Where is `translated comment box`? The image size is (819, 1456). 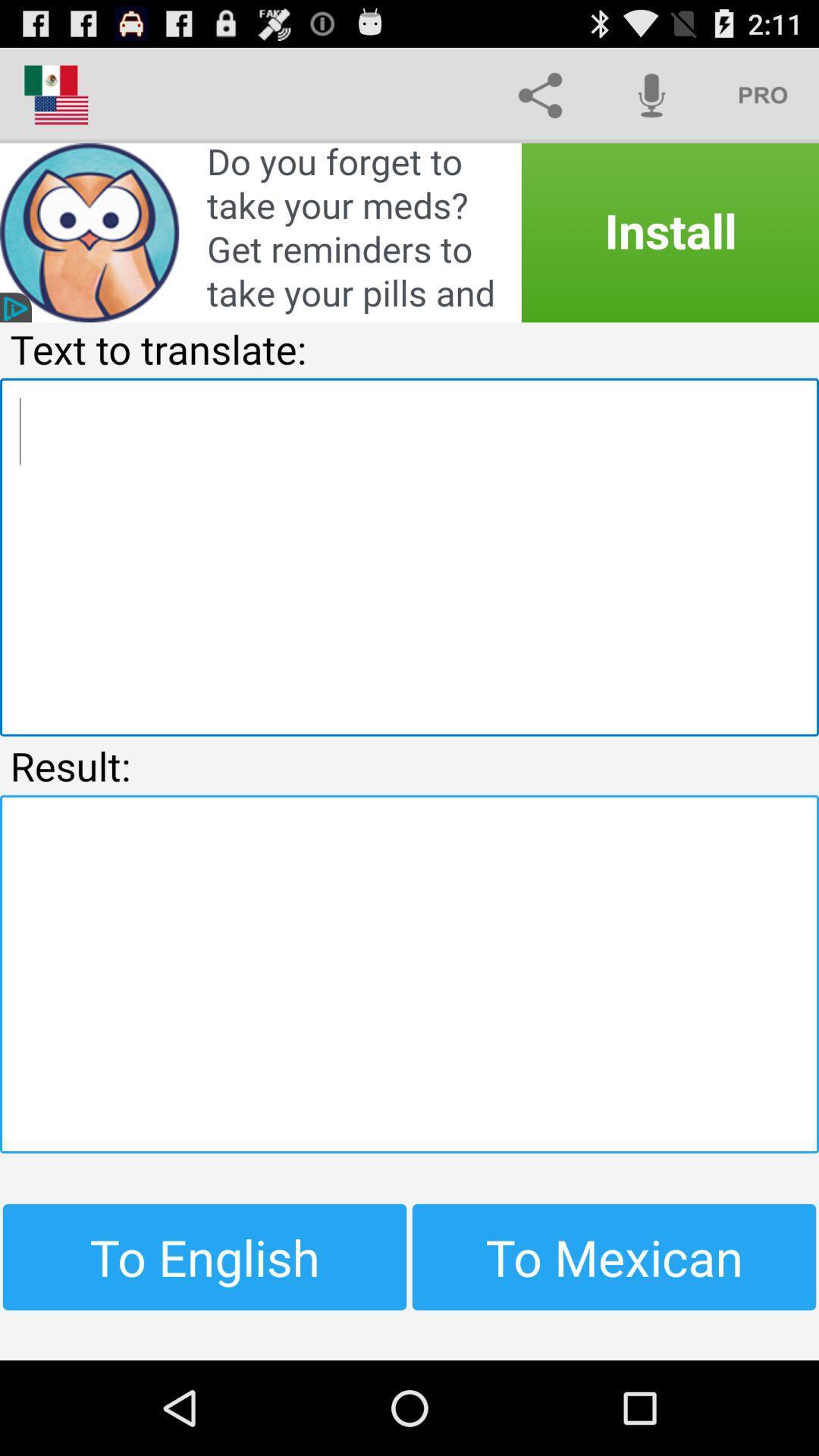 translated comment box is located at coordinates (409, 974).